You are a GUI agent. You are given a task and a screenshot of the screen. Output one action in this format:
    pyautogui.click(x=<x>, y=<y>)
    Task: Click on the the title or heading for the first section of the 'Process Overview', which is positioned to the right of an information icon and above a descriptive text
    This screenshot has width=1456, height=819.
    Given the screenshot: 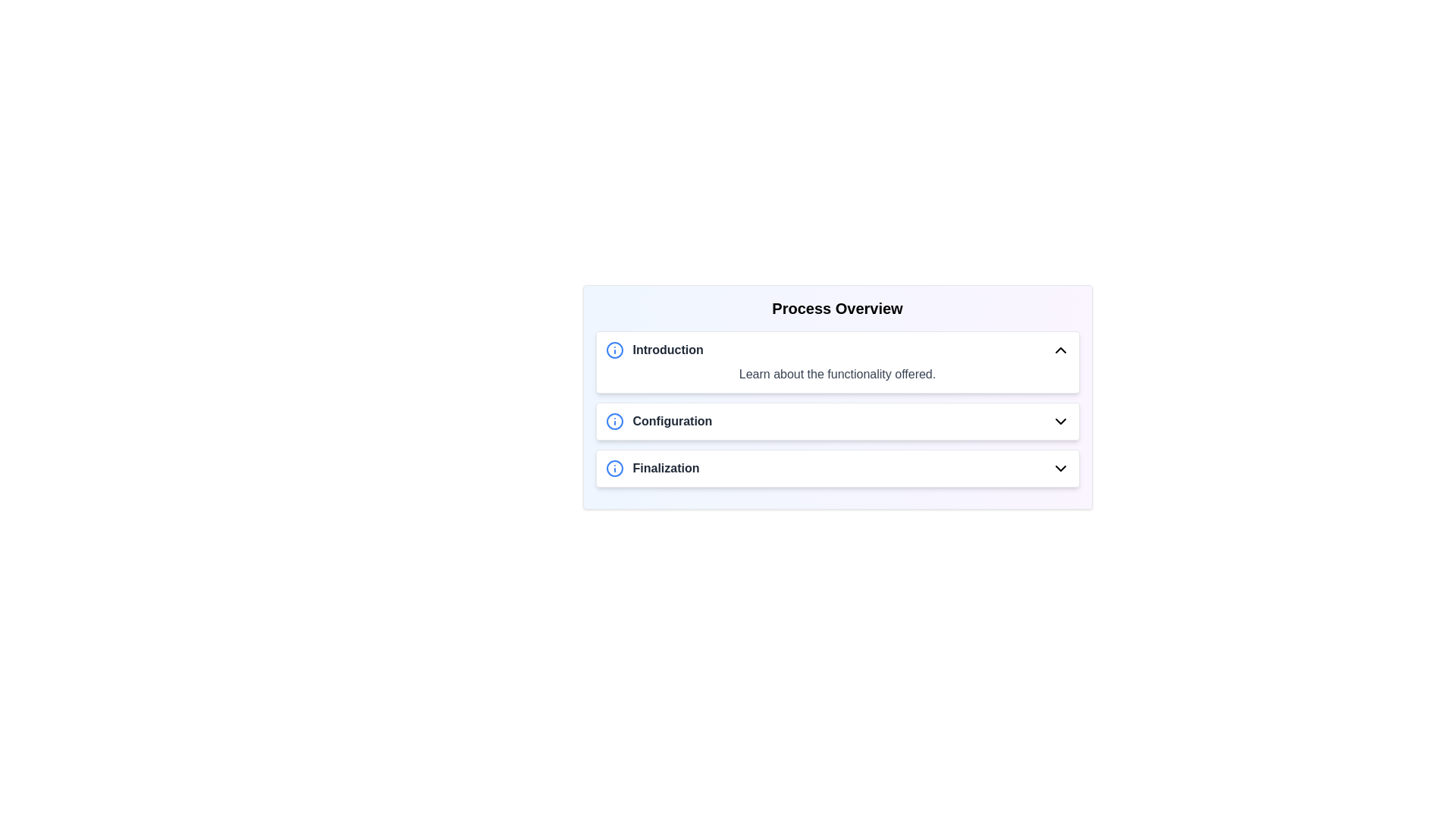 What is the action you would take?
    pyautogui.click(x=667, y=350)
    